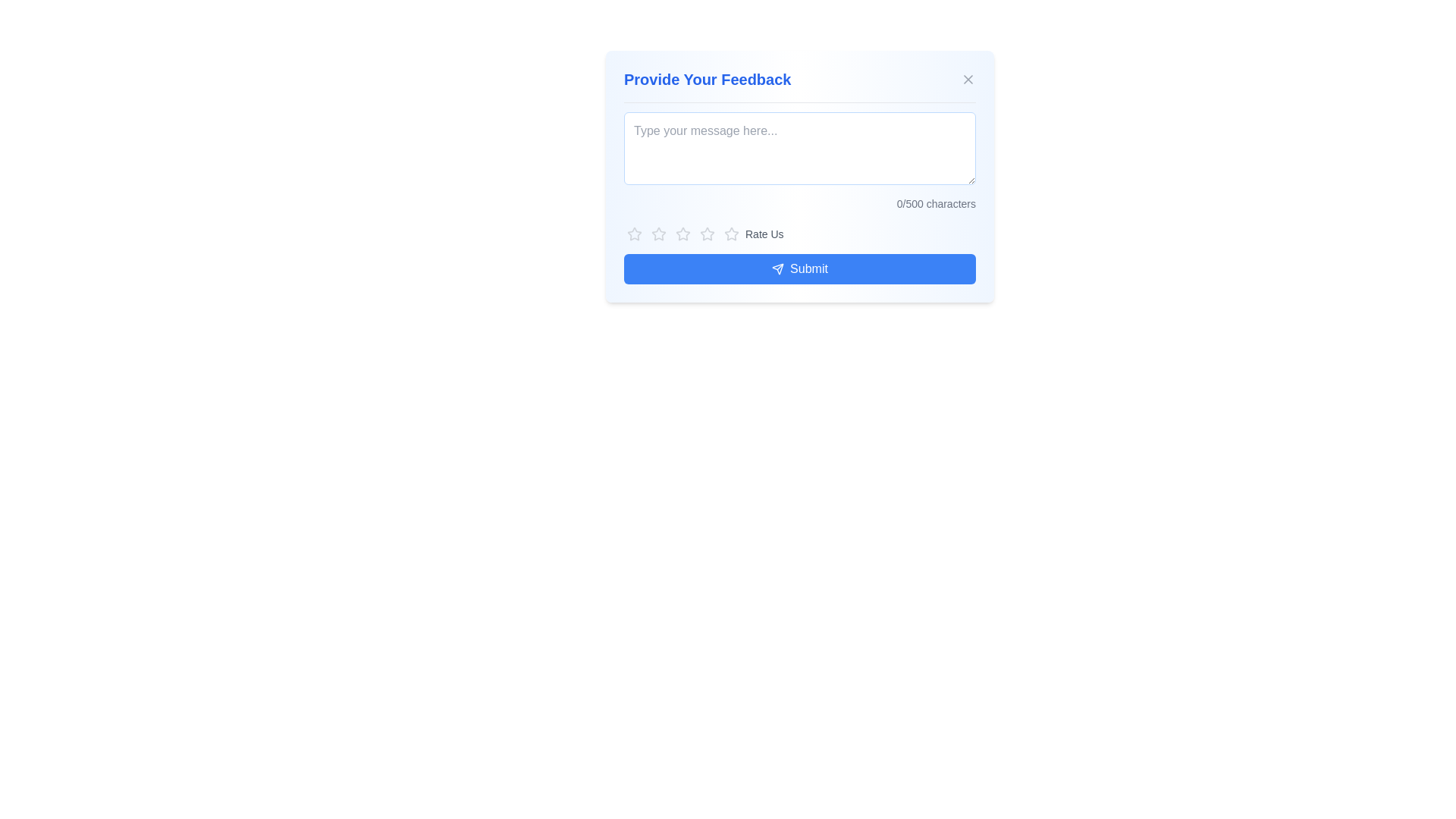 The height and width of the screenshot is (819, 1456). I want to click on the close button located at the rightmost position in the header section of the feedback form, so click(967, 79).